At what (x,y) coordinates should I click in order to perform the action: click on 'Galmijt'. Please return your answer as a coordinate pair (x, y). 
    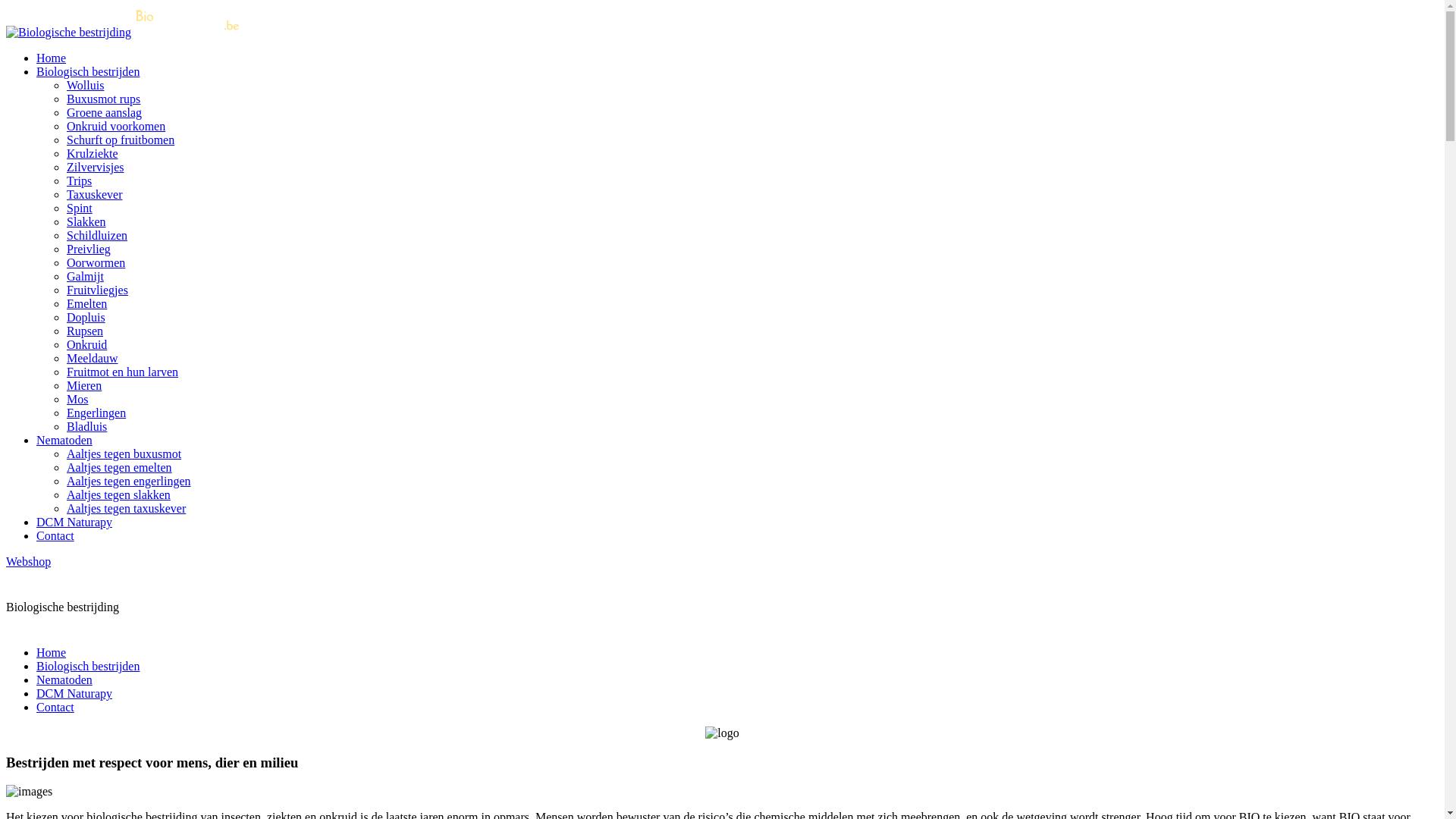
    Looking at the image, I should click on (65, 276).